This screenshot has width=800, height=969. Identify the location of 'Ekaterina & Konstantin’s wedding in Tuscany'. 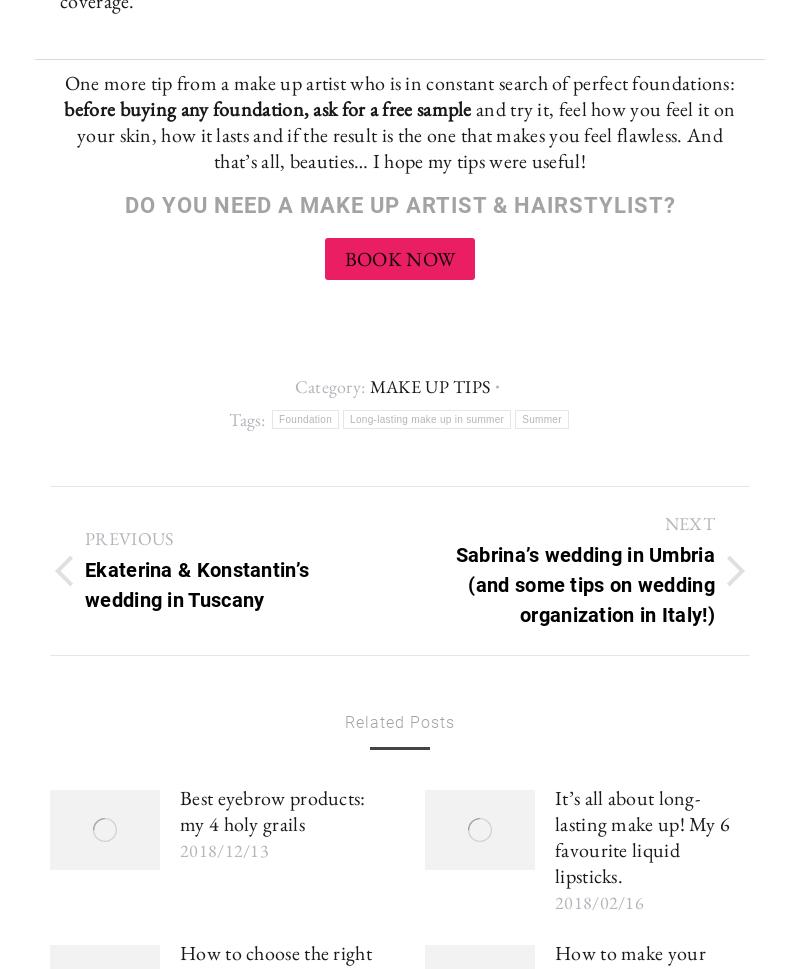
(195, 583).